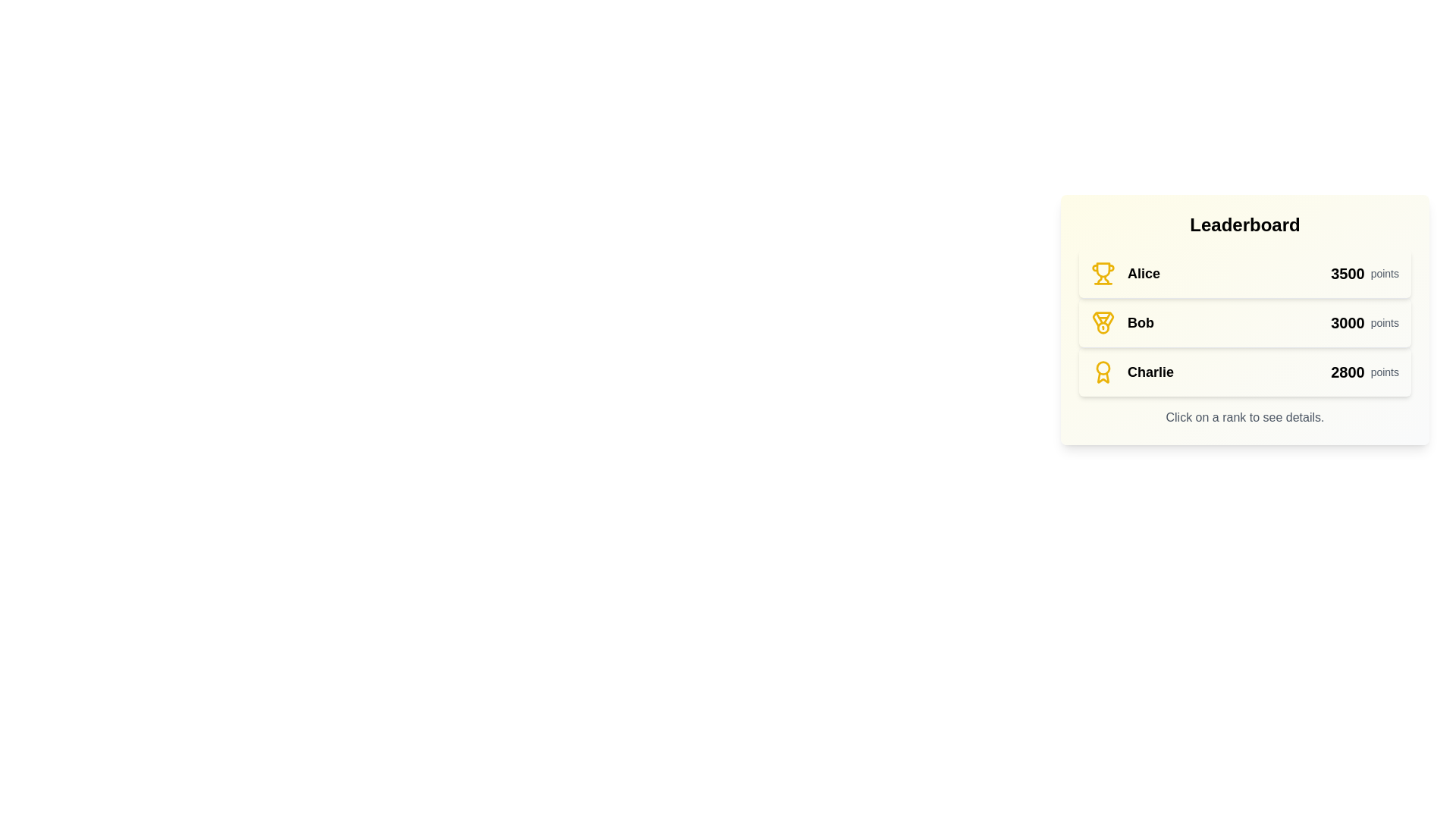 The image size is (1456, 819). I want to click on the icon representing rank Bob, so click(1103, 322).